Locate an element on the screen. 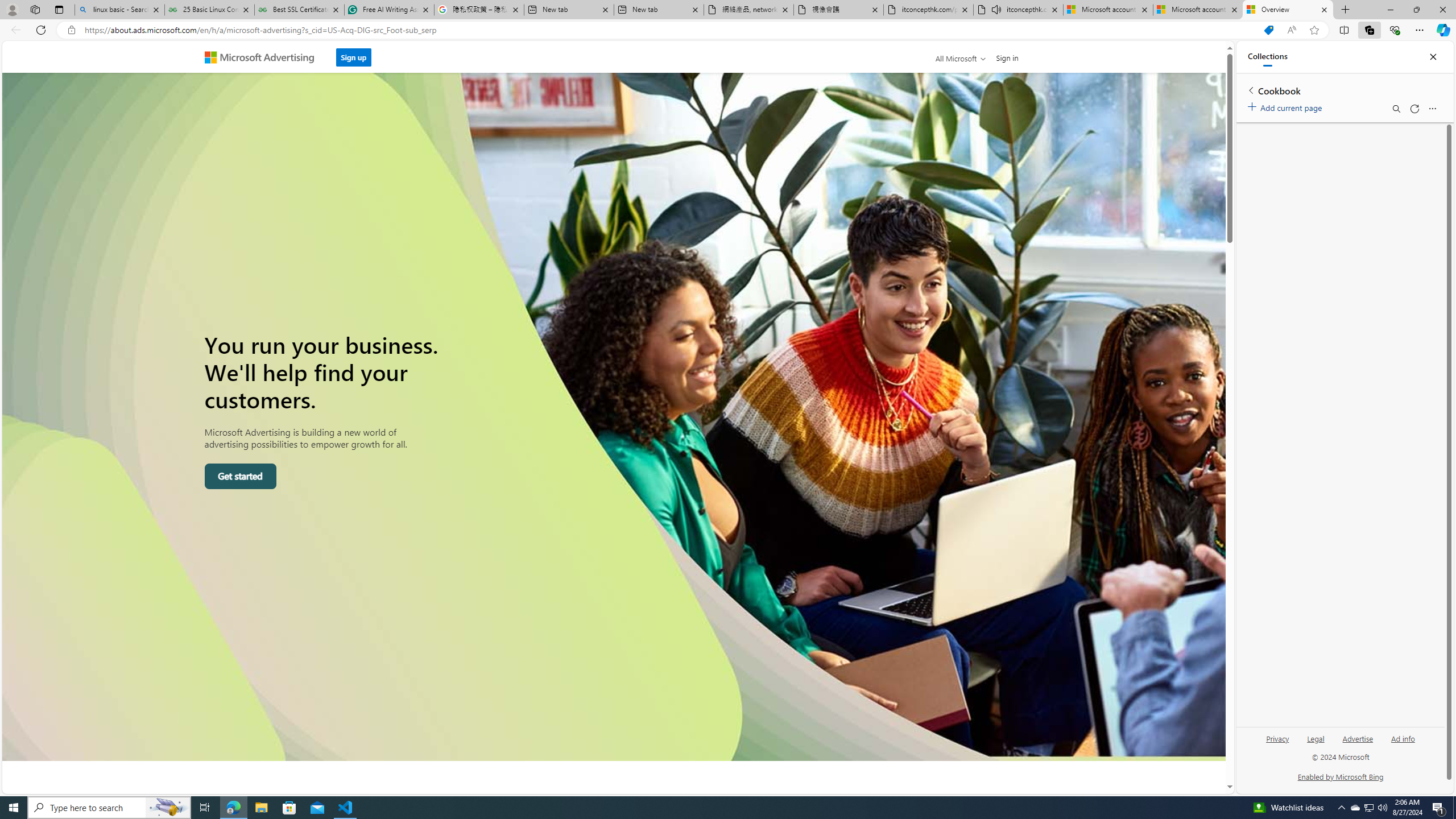 The width and height of the screenshot is (1456, 819). '25 Basic Linux Commands For Beginners - GeeksforGeeks' is located at coordinates (209, 9).